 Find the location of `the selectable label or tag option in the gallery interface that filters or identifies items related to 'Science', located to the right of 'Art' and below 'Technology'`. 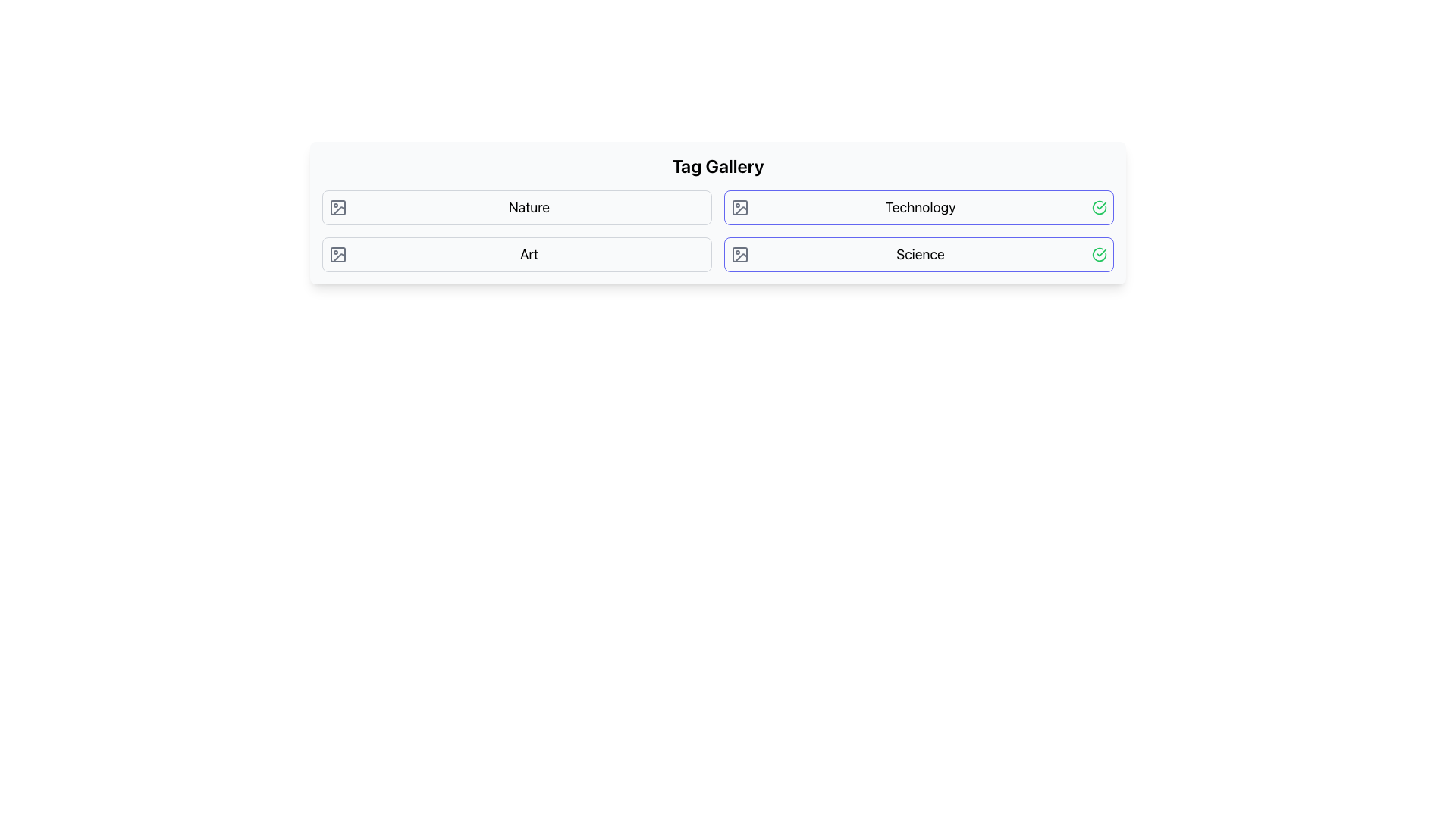

the selectable label or tag option in the gallery interface that filters or identifies items related to 'Science', located to the right of 'Art' and below 'Technology' is located at coordinates (920, 253).